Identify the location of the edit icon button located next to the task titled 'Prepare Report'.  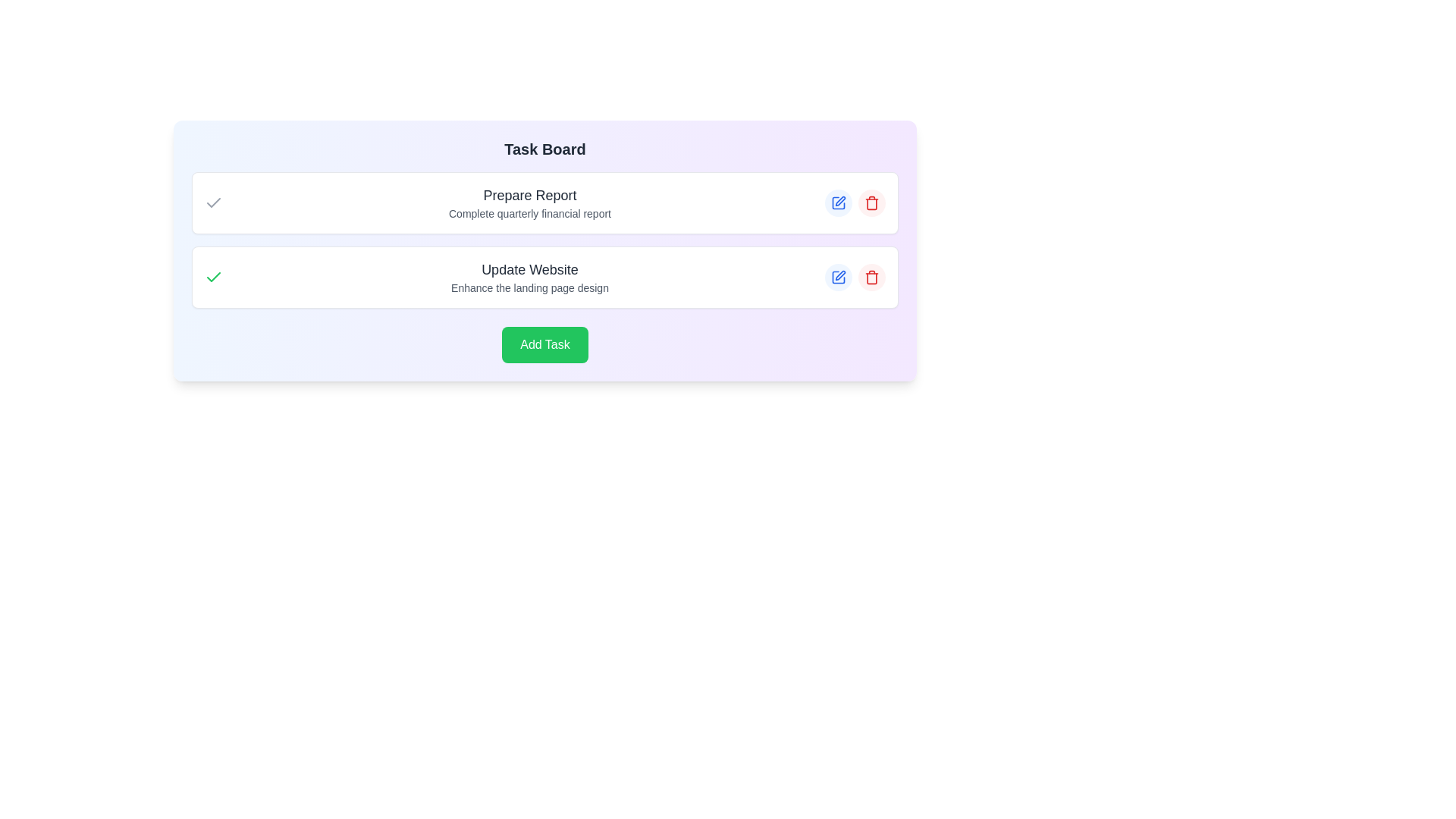
(837, 202).